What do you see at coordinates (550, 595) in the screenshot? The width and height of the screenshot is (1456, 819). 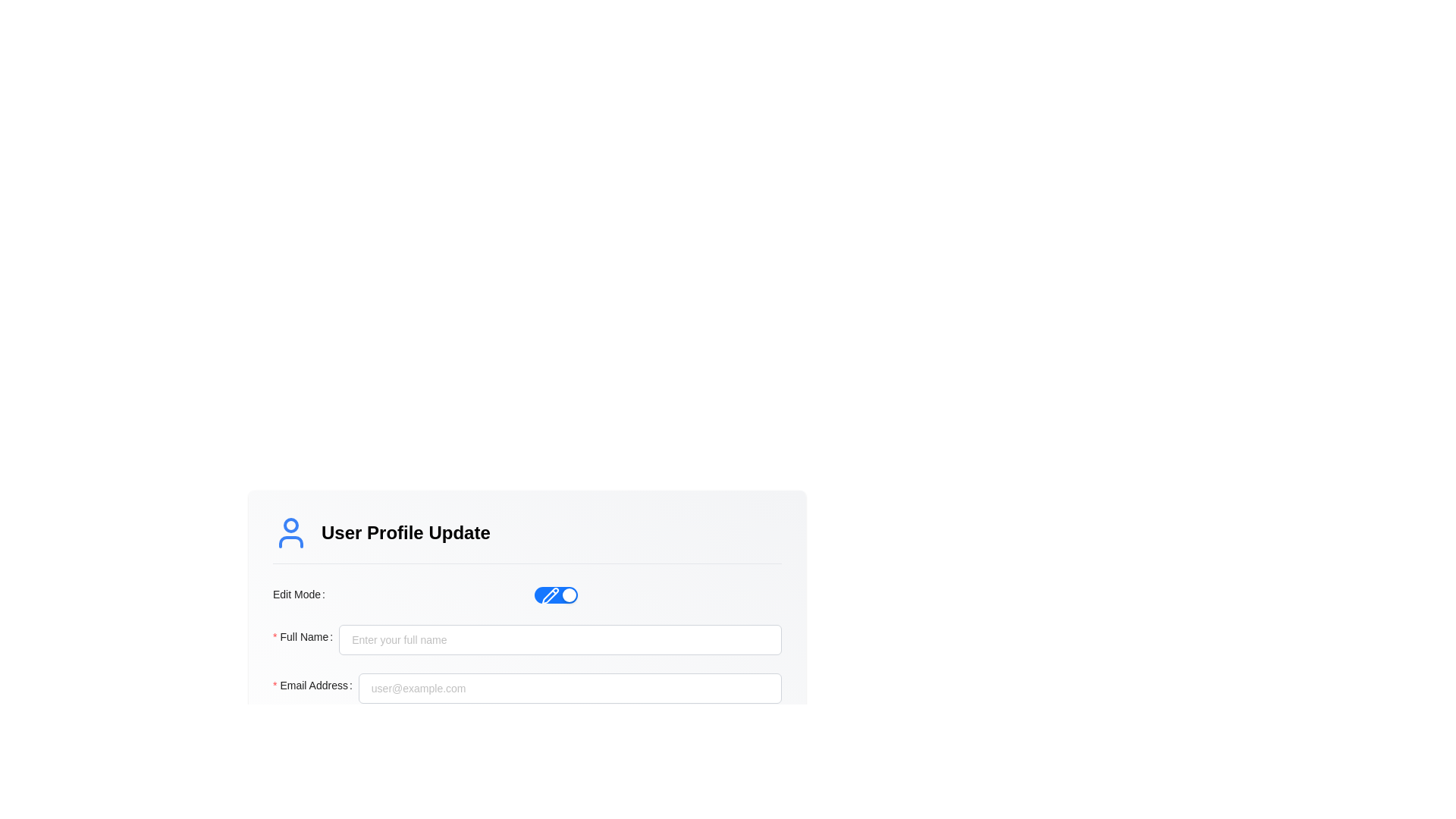 I see `the decorative icon within the 'Edit Mode' toggle switch located at the top center of the profile update form interface` at bounding box center [550, 595].